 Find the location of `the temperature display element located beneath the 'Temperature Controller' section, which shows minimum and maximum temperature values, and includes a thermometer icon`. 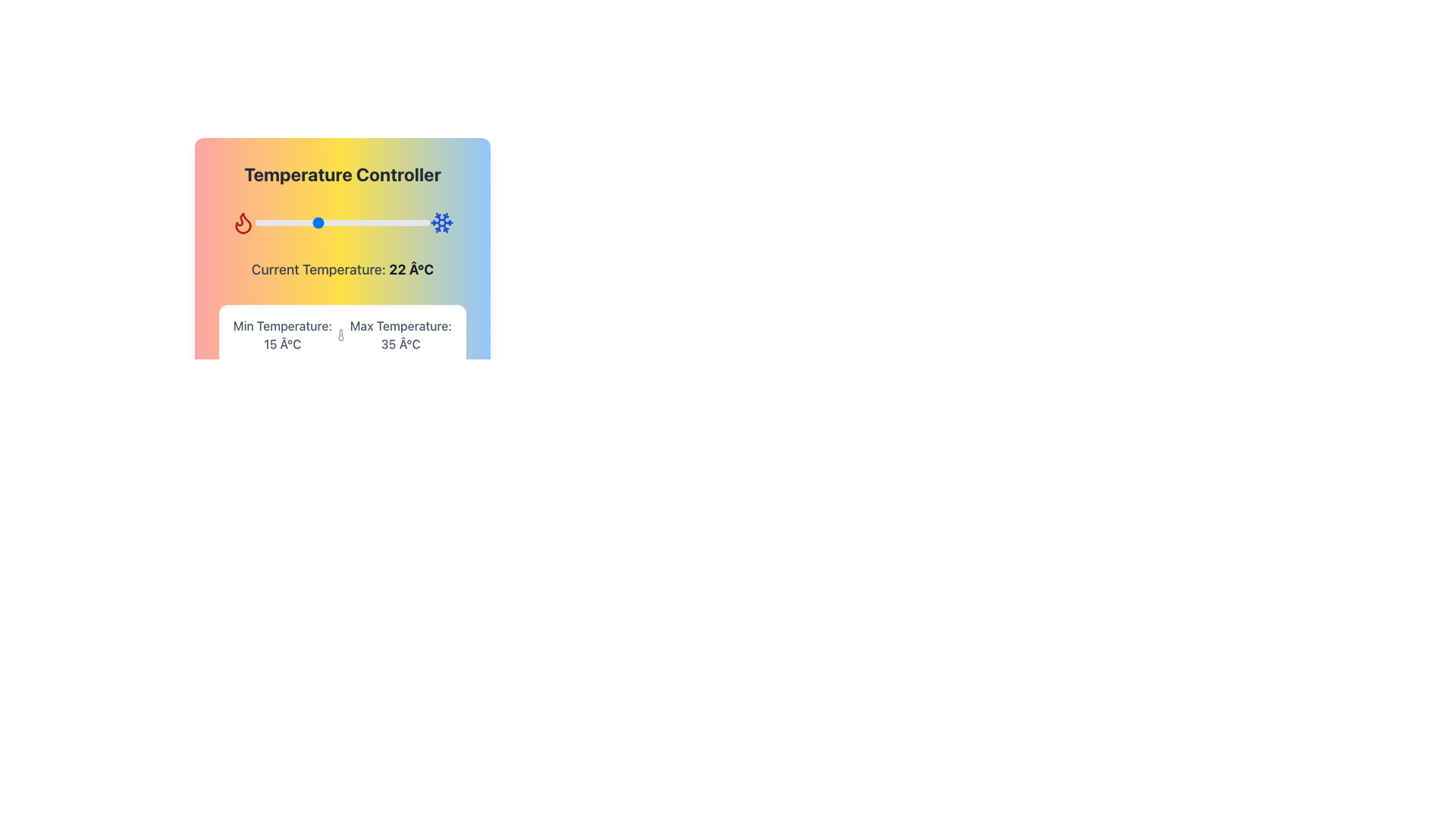

the temperature display element located beneath the 'Temperature Controller' section, which shows minimum and maximum temperature values, and includes a thermometer icon is located at coordinates (341, 334).